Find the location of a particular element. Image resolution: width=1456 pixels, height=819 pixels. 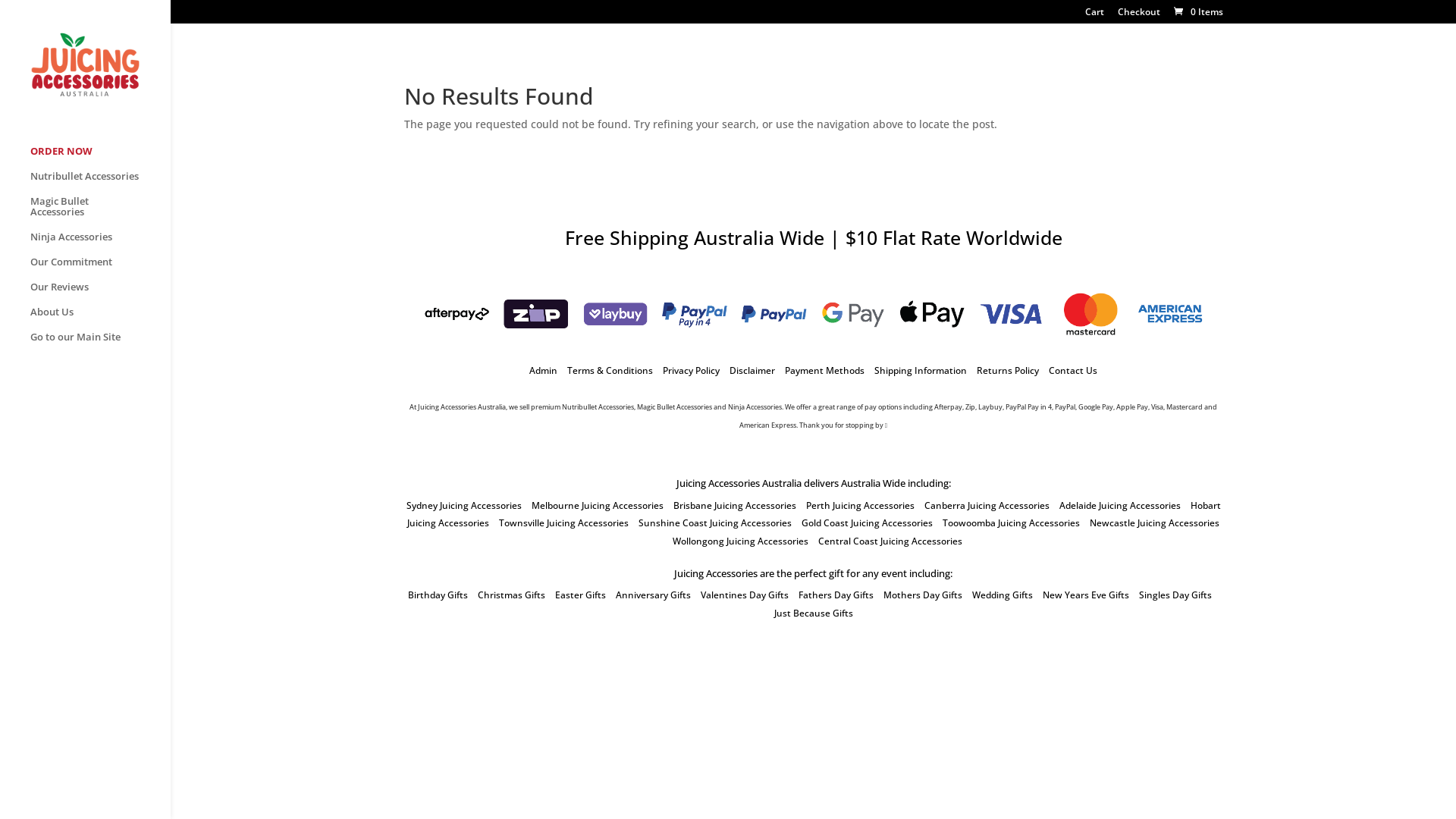

'Contact Us' is located at coordinates (1072, 370).